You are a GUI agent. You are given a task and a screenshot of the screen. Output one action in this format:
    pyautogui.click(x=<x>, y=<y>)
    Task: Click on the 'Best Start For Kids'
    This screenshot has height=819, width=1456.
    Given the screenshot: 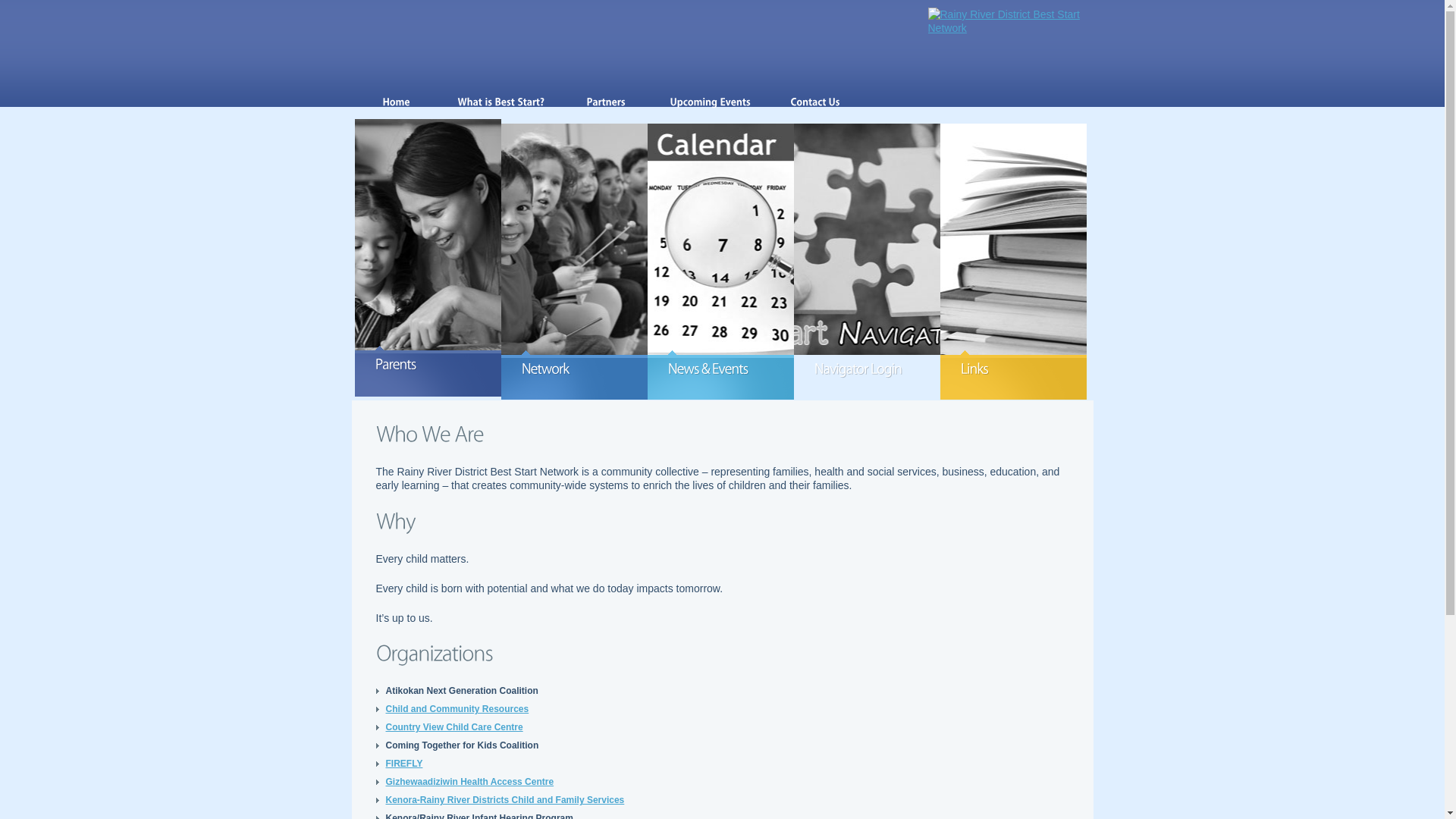 What is the action you would take?
    pyautogui.click(x=1011, y=20)
    